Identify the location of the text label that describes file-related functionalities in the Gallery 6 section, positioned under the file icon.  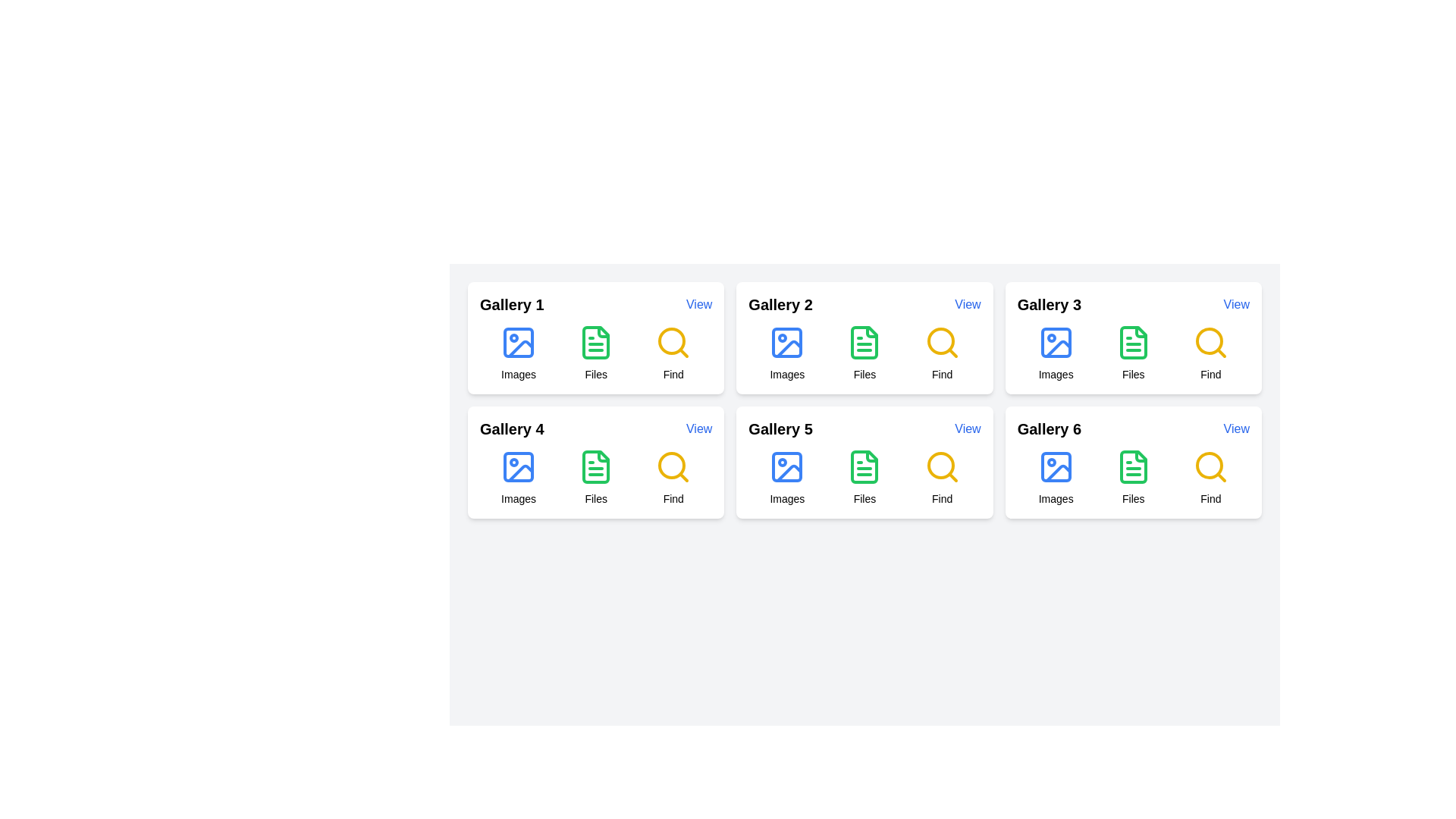
(1133, 499).